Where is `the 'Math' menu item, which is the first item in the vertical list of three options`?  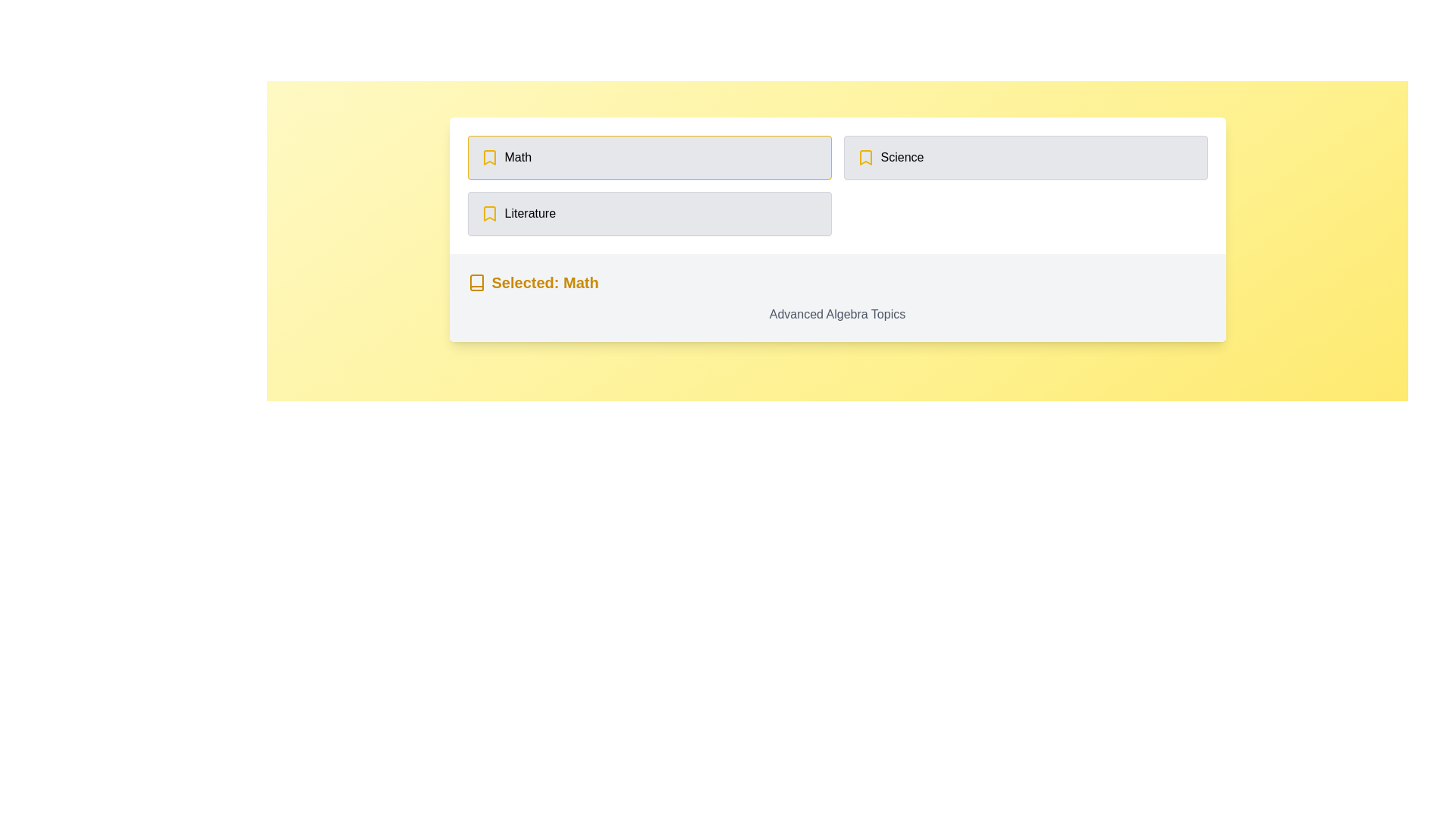
the 'Math' menu item, which is the first item in the vertical list of three options is located at coordinates (649, 158).